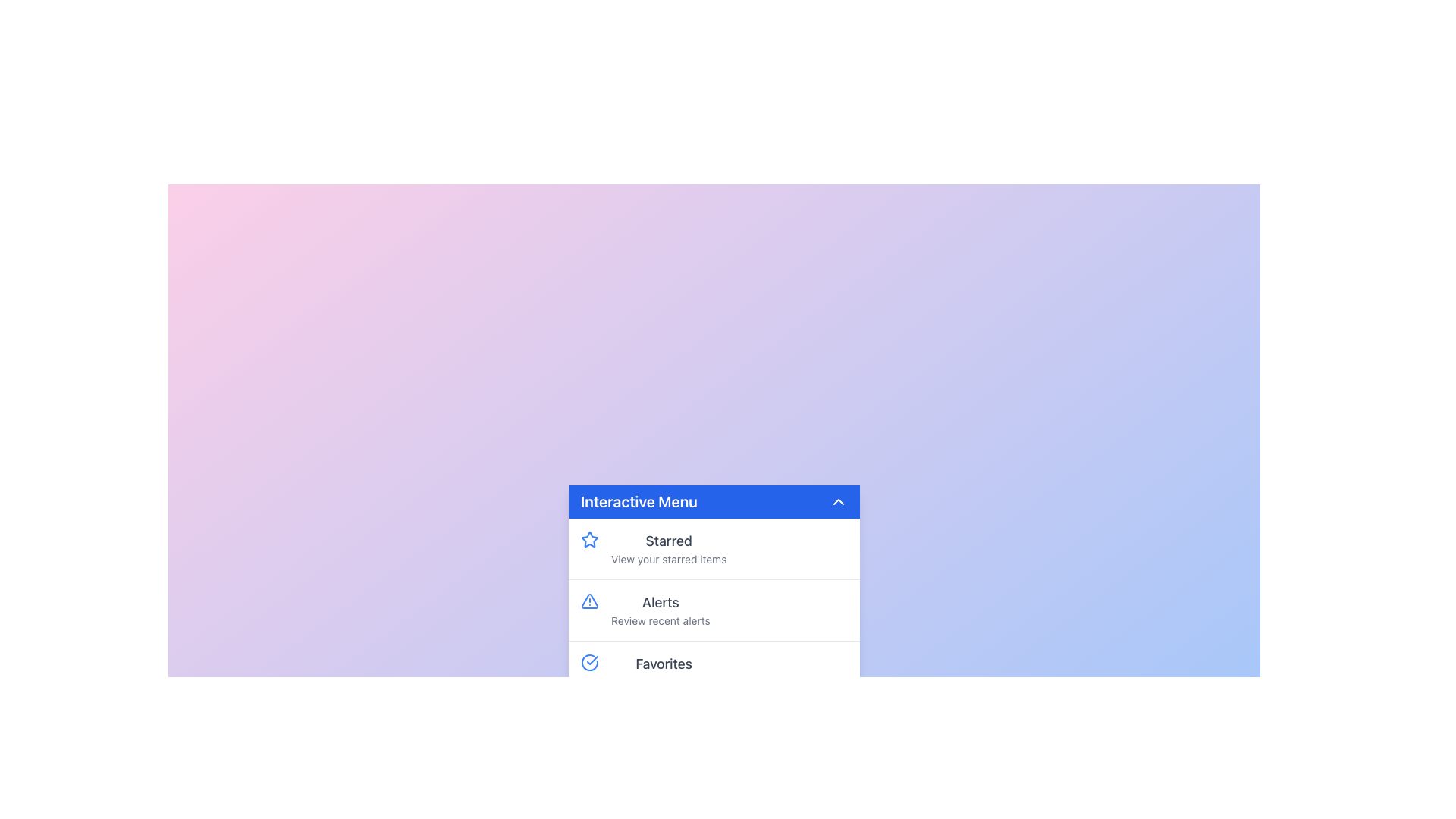 Image resolution: width=1456 pixels, height=819 pixels. I want to click on the leftmost icon indicating the selected or completed state for the 'Favorites' option in the menu, so click(588, 662).